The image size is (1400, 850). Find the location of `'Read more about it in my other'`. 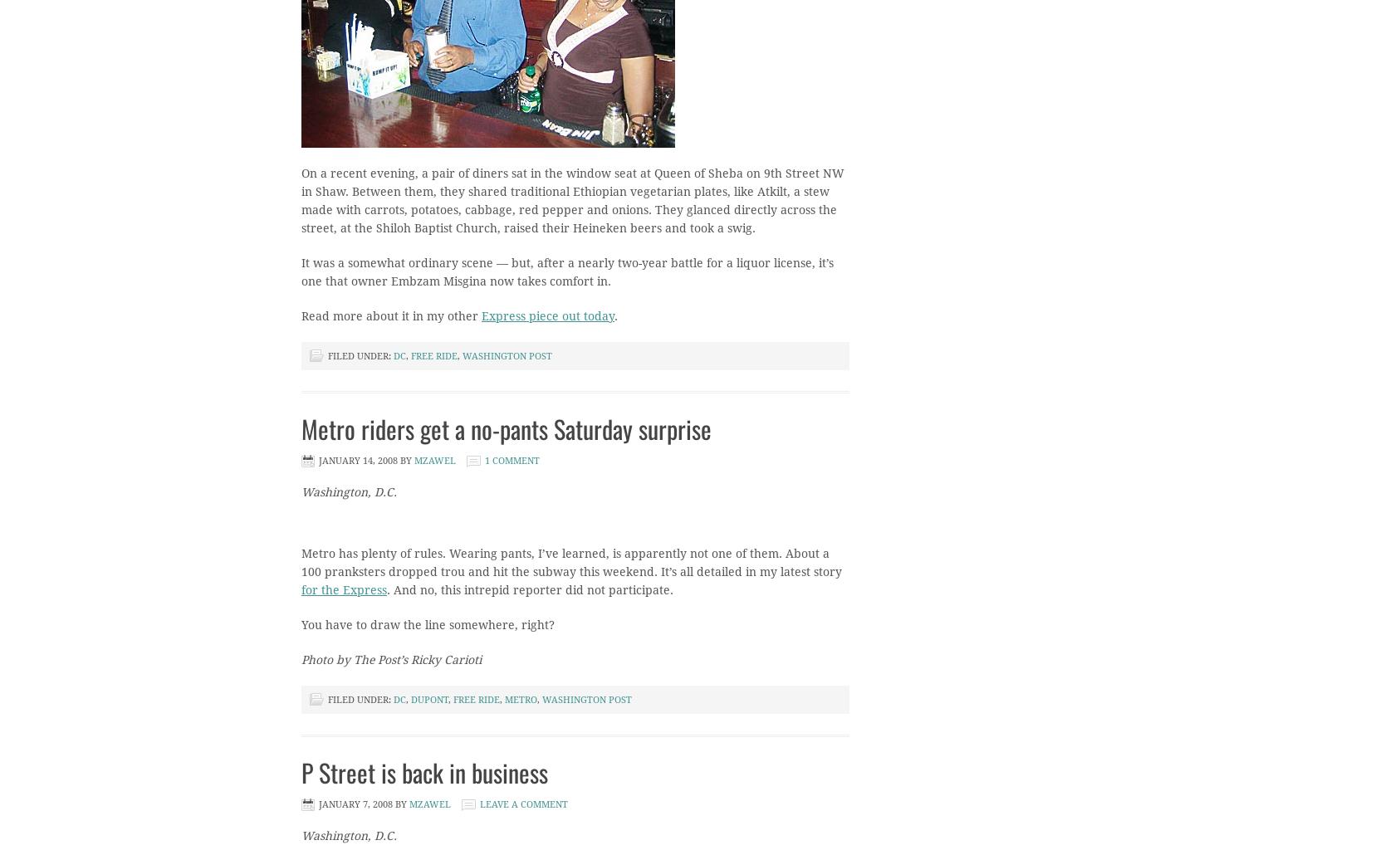

'Read more about it in my other' is located at coordinates (391, 316).